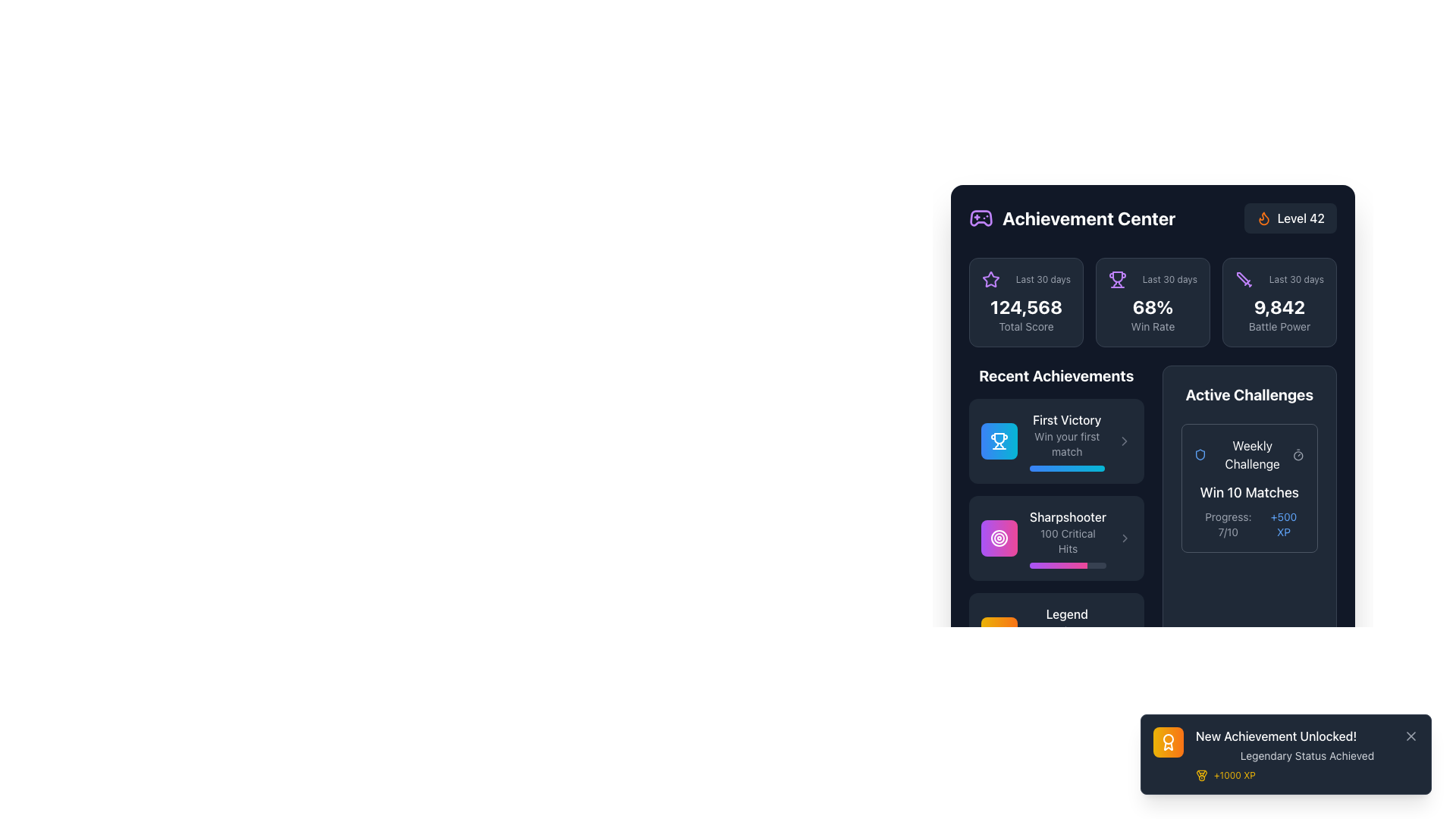 The image size is (1456, 819). Describe the element at coordinates (999, 635) in the screenshot. I see `the SVG Icon representing a rank or achievement located at the bottom center of the 'Recent Achievements' list beneath the 'Legend' section` at that location.